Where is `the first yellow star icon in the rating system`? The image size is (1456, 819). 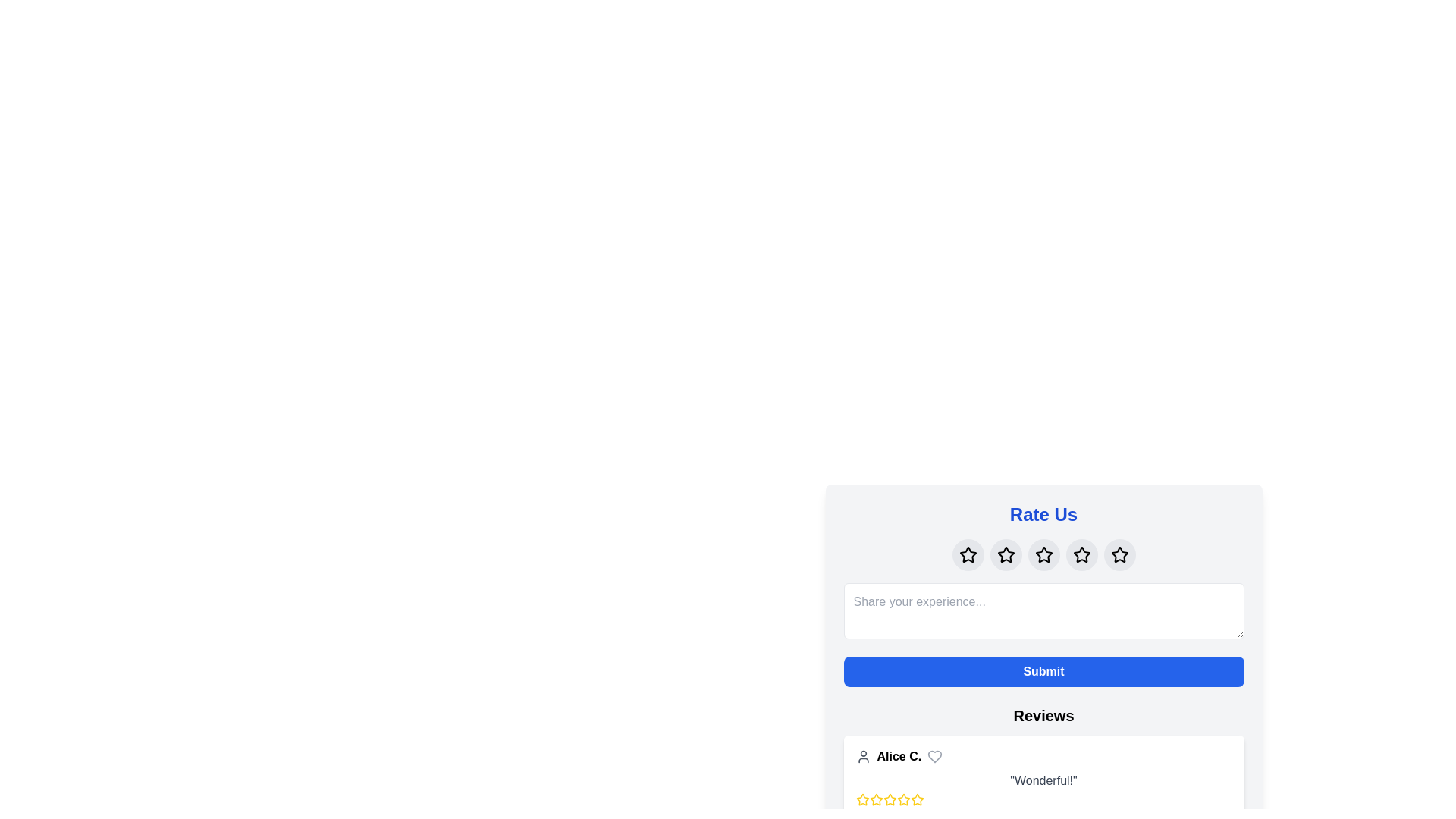 the first yellow star icon in the rating system is located at coordinates (862, 799).